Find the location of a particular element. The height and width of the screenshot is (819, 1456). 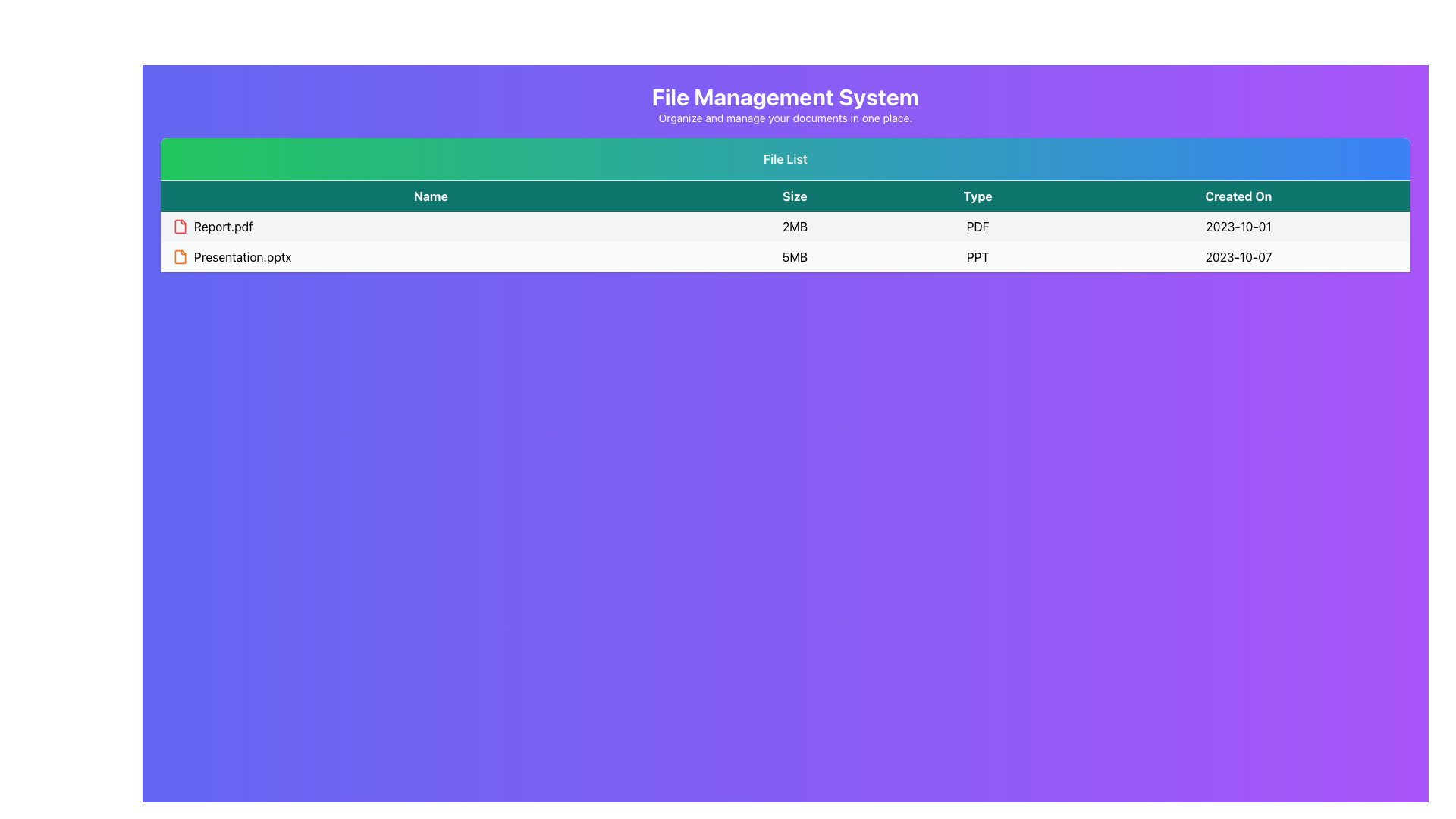

the text label displaying 'PPT' in bold style, located in the 'Type' column of the row corresponding to the file 'Presentation.pptx' is located at coordinates (977, 256).